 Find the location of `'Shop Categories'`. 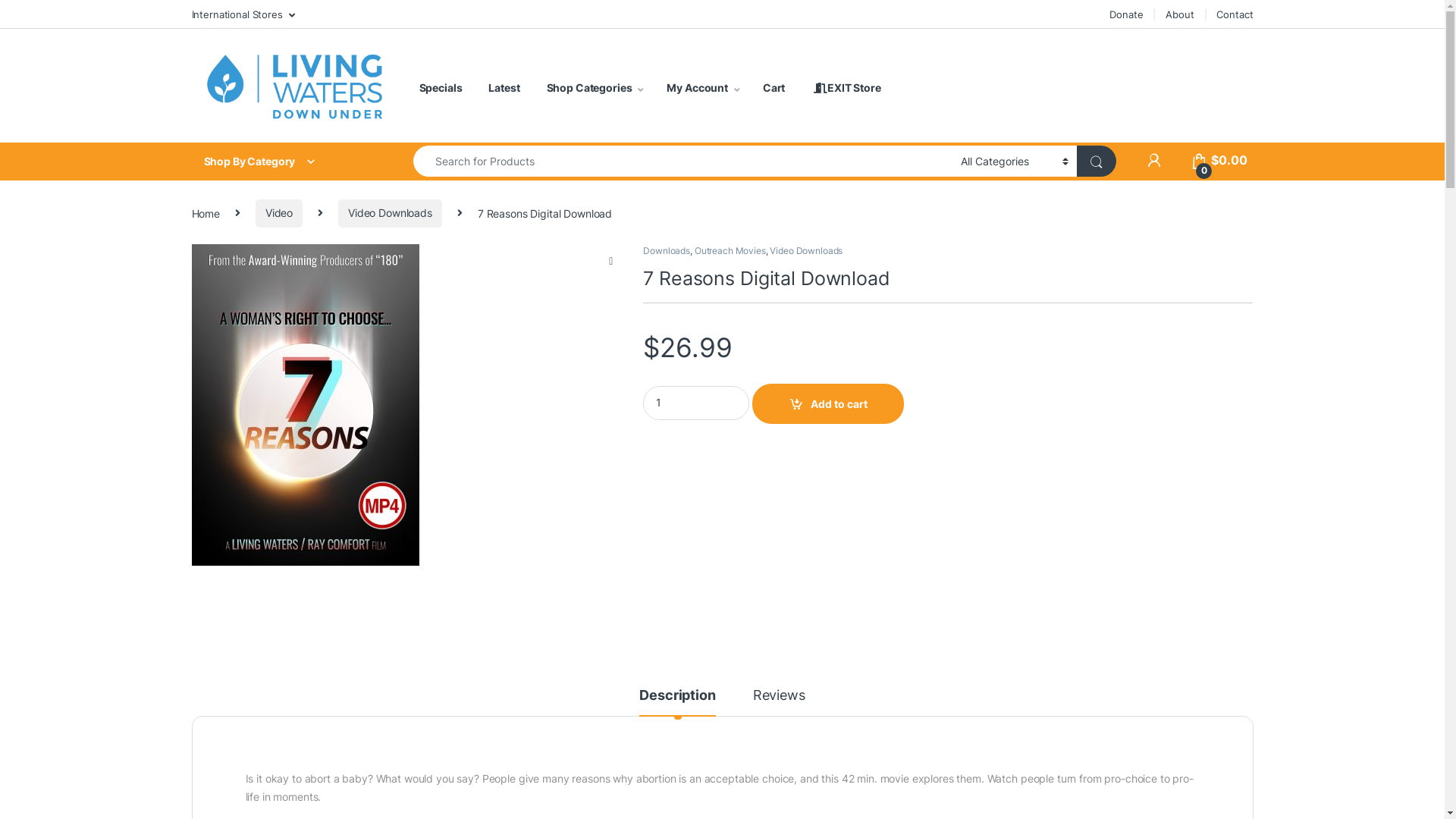

'Shop Categories' is located at coordinates (595, 87).